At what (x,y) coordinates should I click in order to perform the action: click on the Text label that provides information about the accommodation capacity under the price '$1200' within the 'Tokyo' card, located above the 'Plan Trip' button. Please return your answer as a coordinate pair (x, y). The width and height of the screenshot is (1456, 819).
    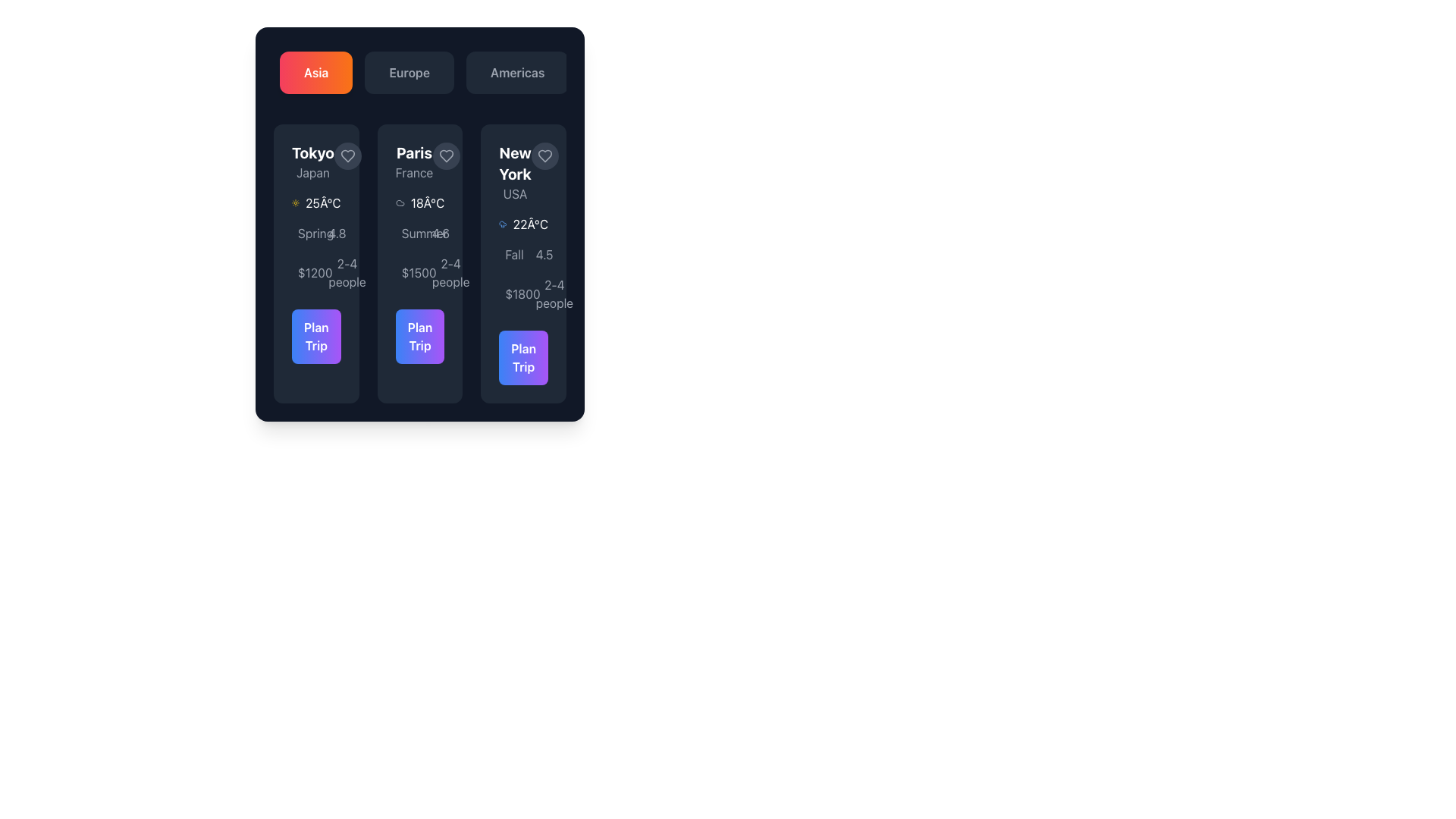
    Looking at the image, I should click on (331, 271).